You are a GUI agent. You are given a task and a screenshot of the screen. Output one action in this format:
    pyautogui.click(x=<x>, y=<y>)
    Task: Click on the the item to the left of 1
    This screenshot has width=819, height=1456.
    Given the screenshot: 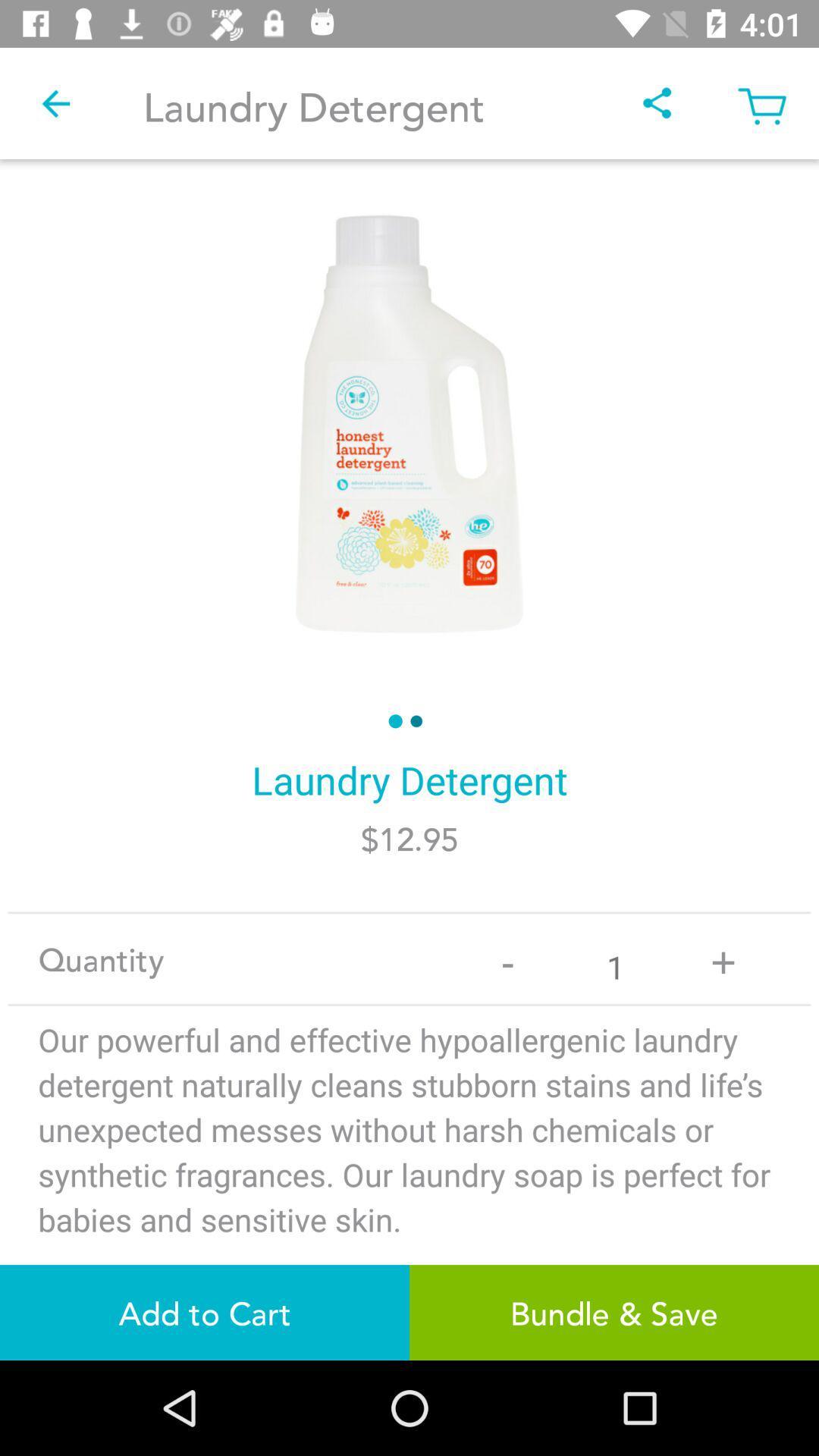 What is the action you would take?
    pyautogui.click(x=507, y=958)
    